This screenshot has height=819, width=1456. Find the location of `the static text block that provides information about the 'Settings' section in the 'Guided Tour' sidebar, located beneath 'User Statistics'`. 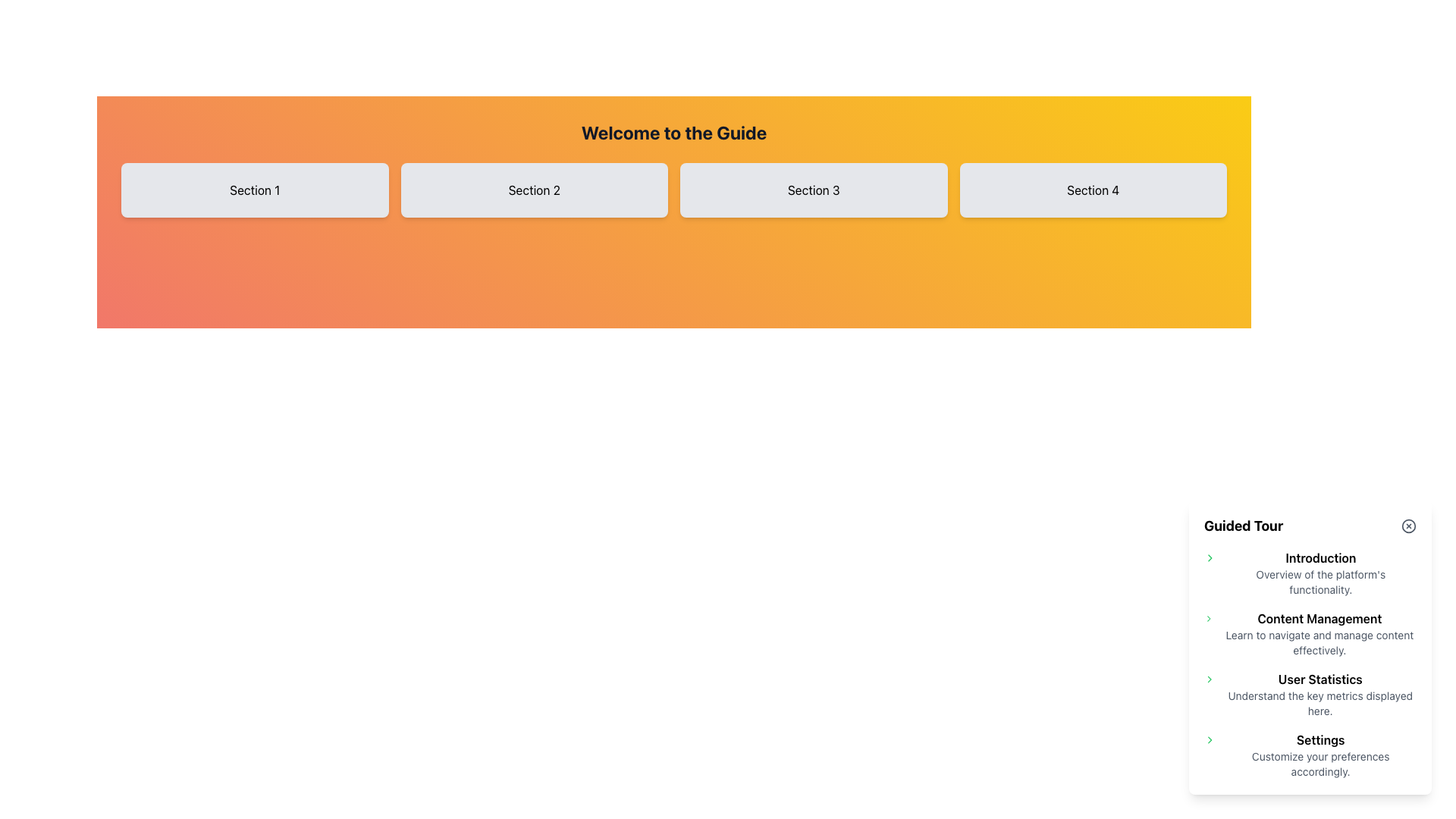

the static text block that provides information about the 'Settings' section in the 'Guided Tour' sidebar, located beneath 'User Statistics' is located at coordinates (1319, 755).